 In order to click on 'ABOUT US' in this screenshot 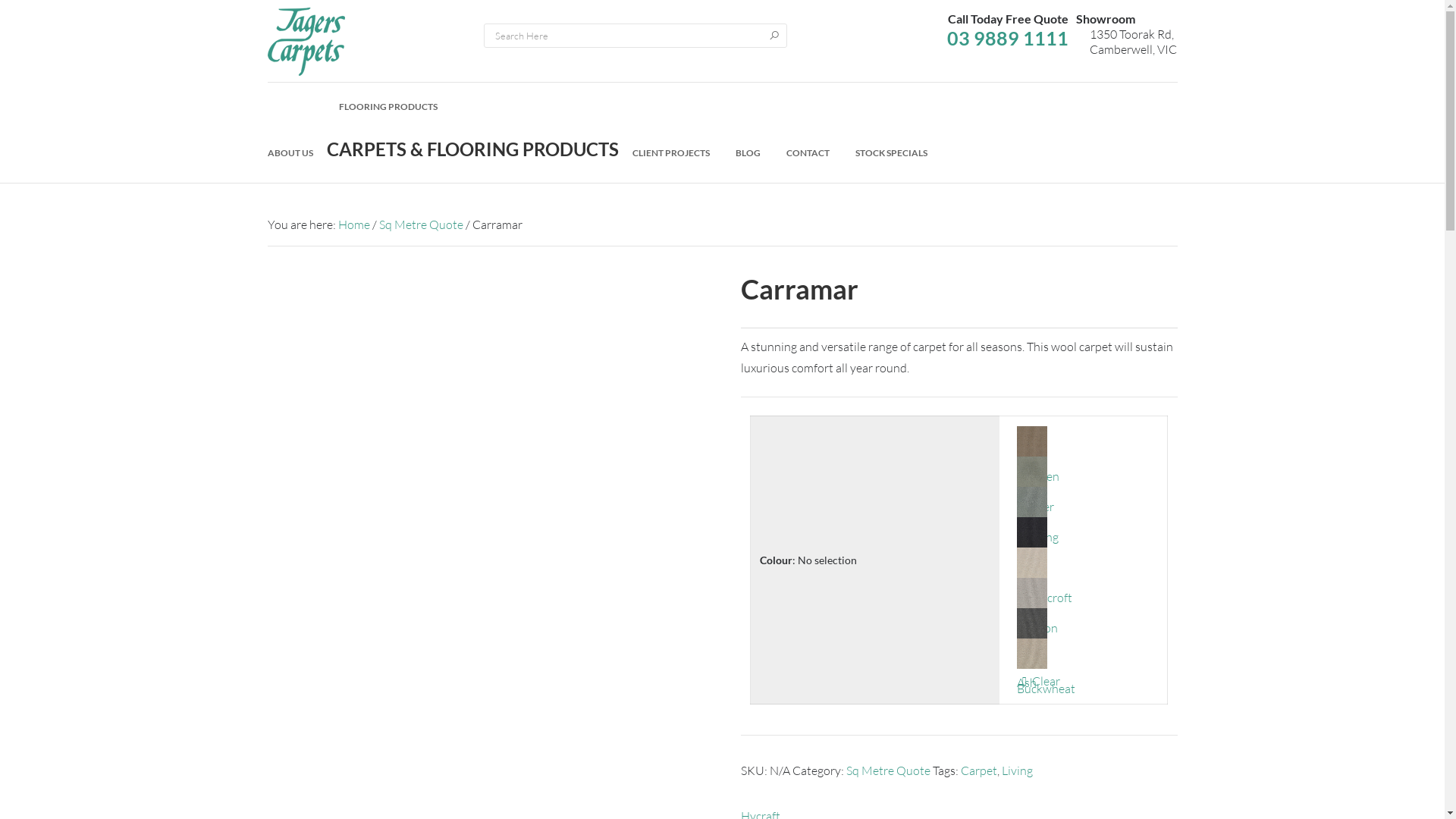, I will do `click(290, 152)`.